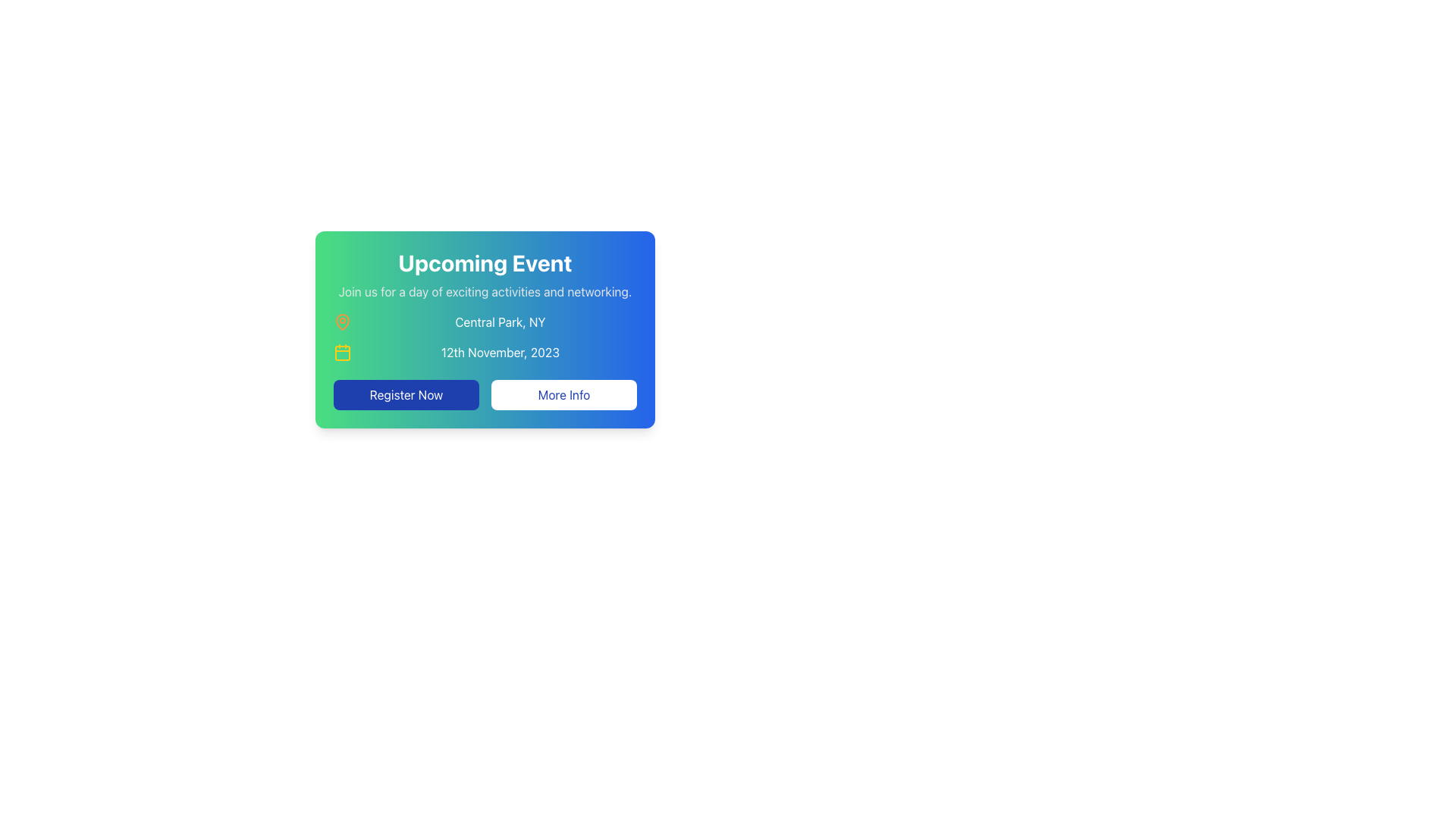 The height and width of the screenshot is (819, 1456). What do you see at coordinates (341, 321) in the screenshot?
I see `the pin icon that indicates the geographic location 'Central Park, NY', which is located centrally in the viewport, above a calendar icon` at bounding box center [341, 321].